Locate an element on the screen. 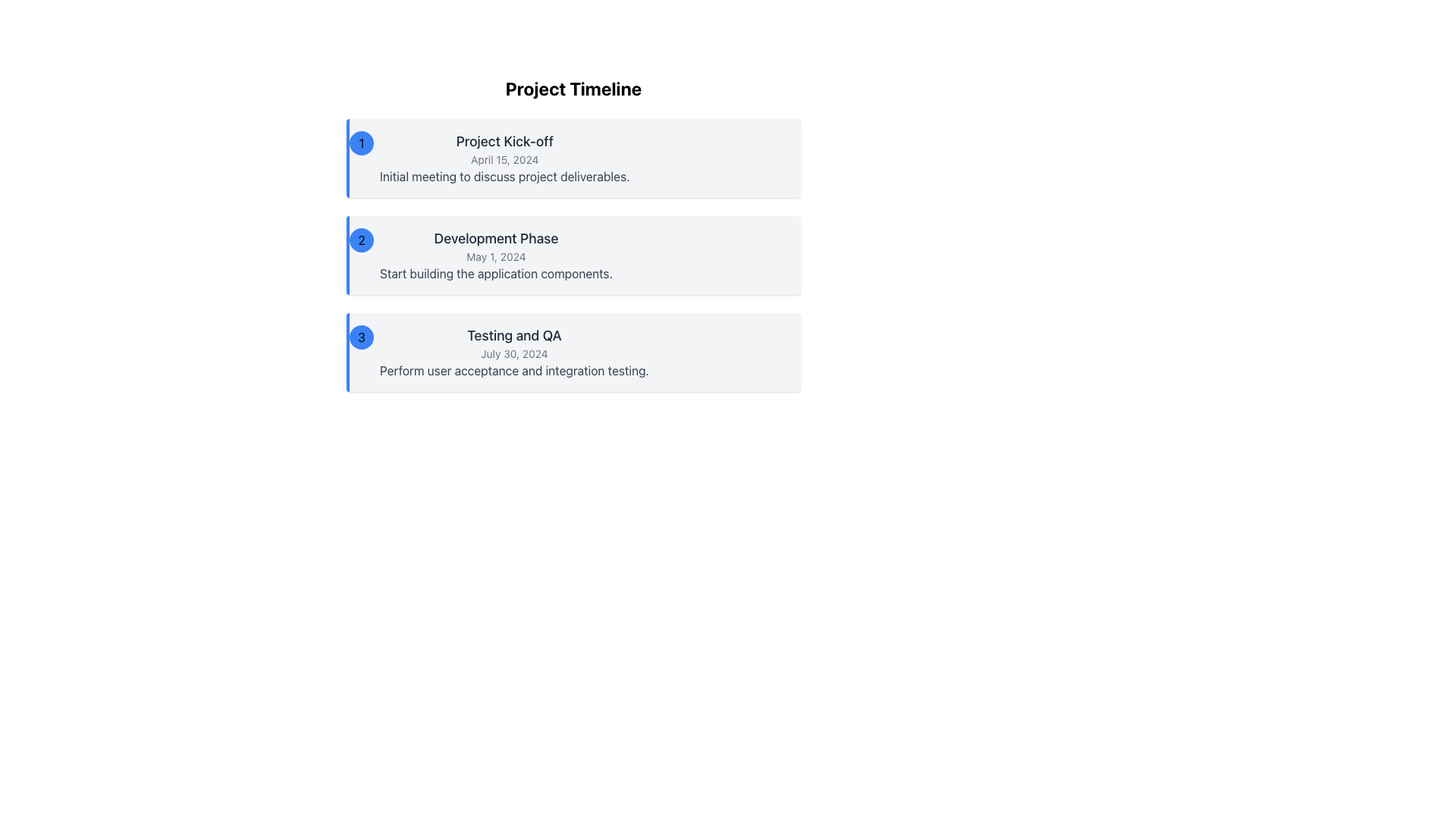 This screenshot has width=1456, height=819. the text label that serves as the title for the initial meeting section in the project timeline is located at coordinates (504, 141).